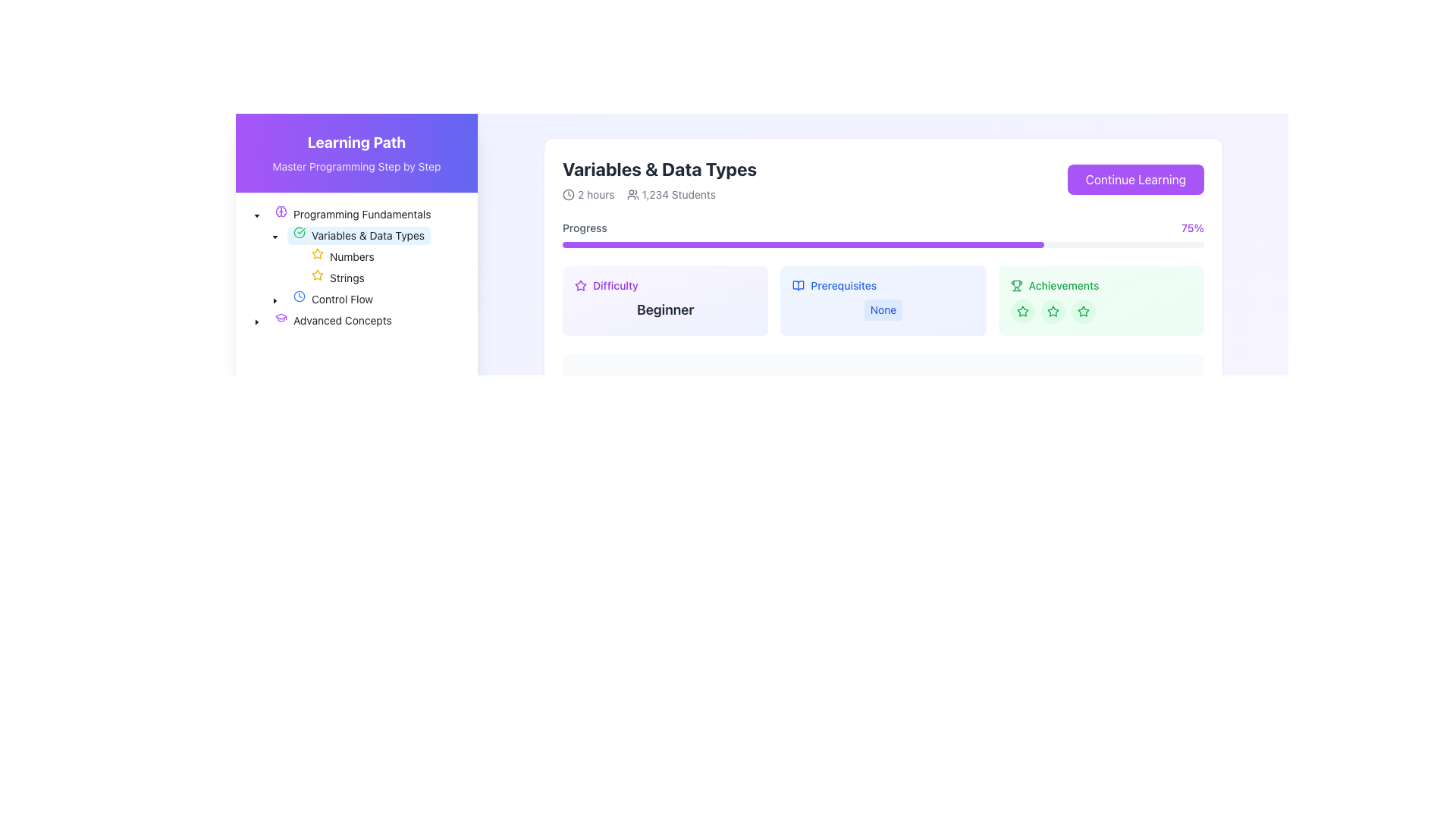  Describe the element at coordinates (1022, 311) in the screenshot. I see `the rightmost star icon in the Achievements section` at that location.